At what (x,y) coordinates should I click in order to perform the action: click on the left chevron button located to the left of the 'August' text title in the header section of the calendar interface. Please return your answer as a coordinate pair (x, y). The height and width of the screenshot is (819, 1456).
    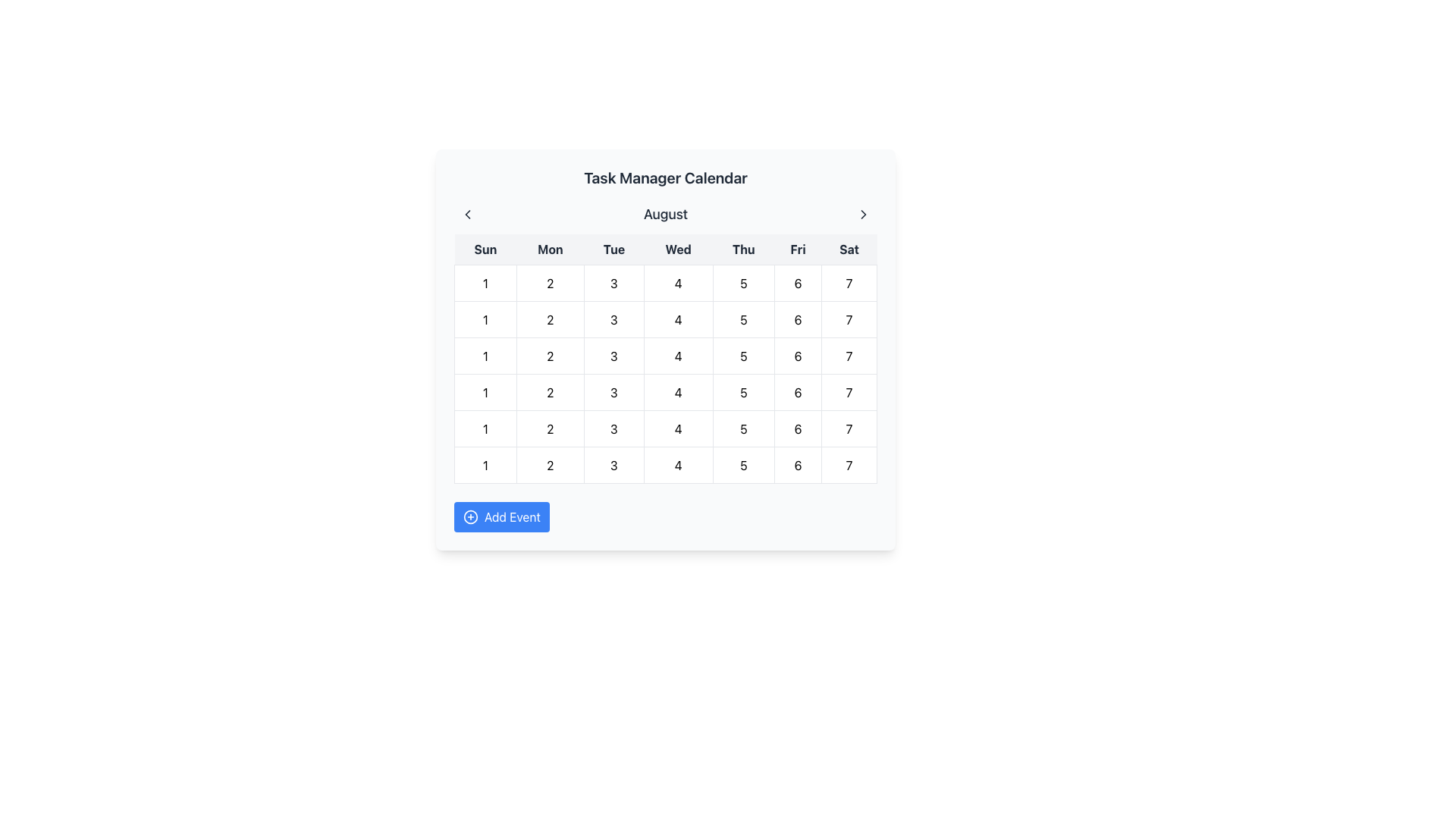
    Looking at the image, I should click on (467, 214).